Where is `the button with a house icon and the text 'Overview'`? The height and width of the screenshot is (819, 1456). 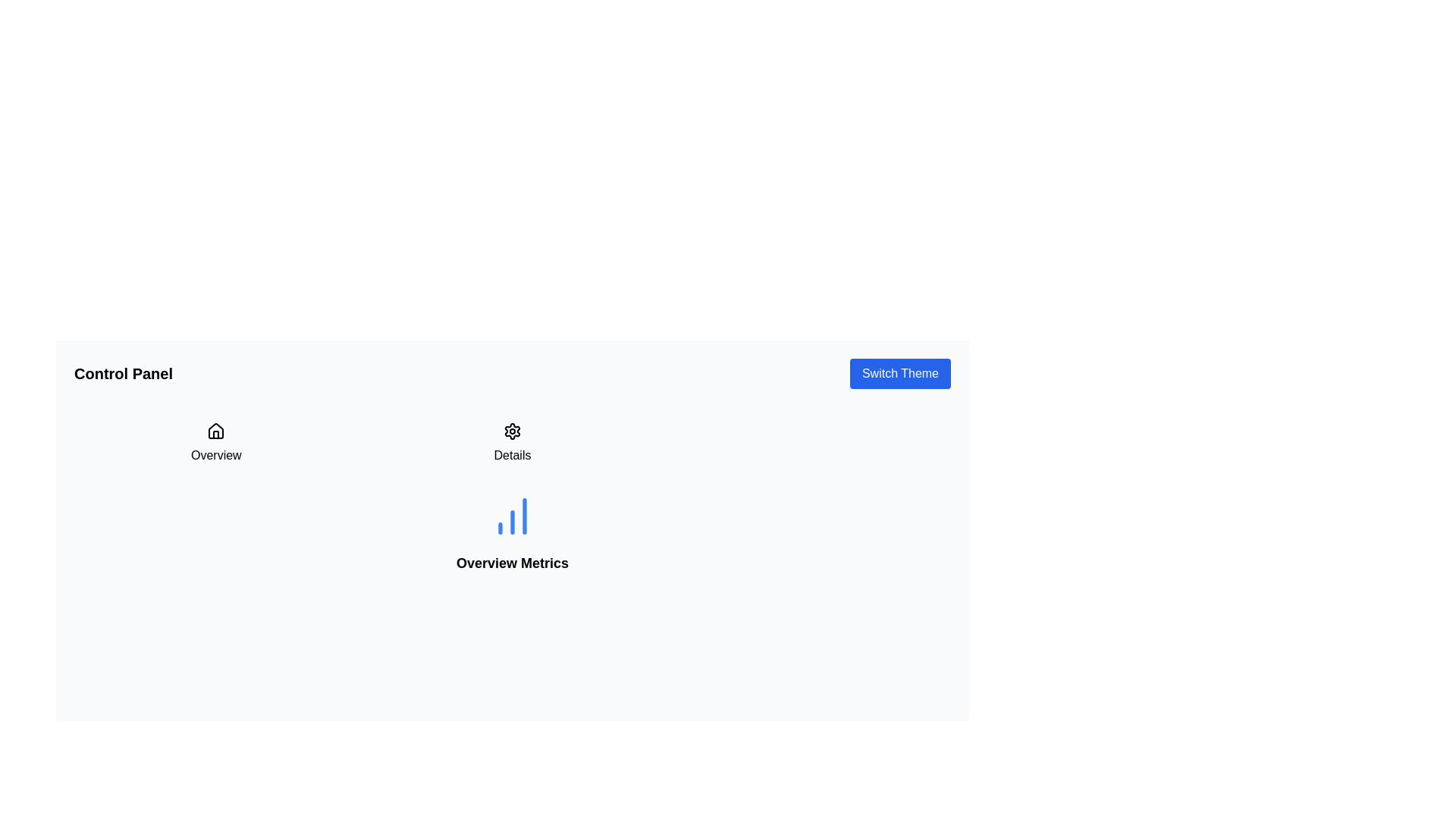 the button with a house icon and the text 'Overview' is located at coordinates (215, 444).